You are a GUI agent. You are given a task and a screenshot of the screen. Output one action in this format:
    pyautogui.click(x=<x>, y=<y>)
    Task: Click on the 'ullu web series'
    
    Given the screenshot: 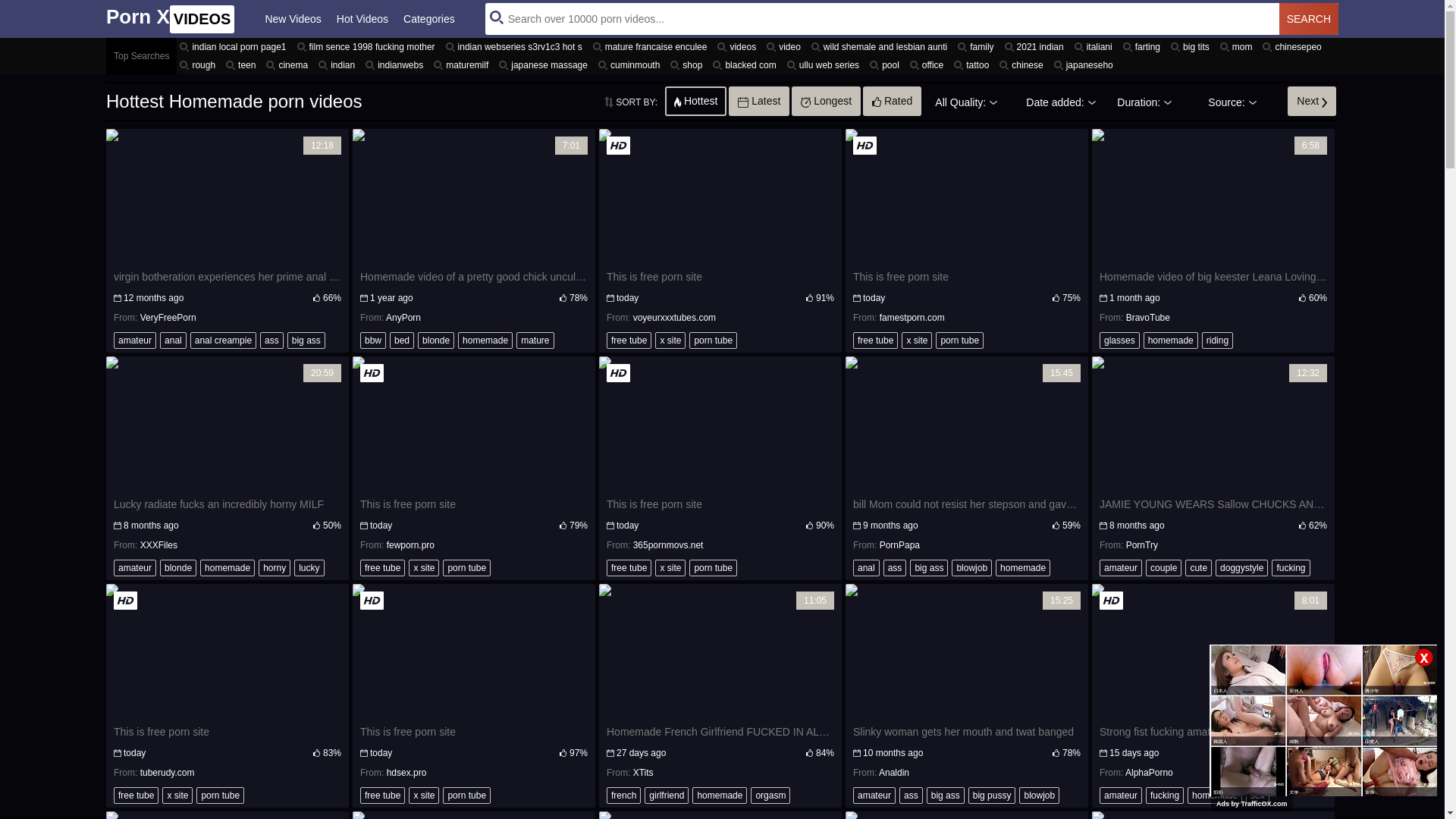 What is the action you would take?
    pyautogui.click(x=824, y=64)
    